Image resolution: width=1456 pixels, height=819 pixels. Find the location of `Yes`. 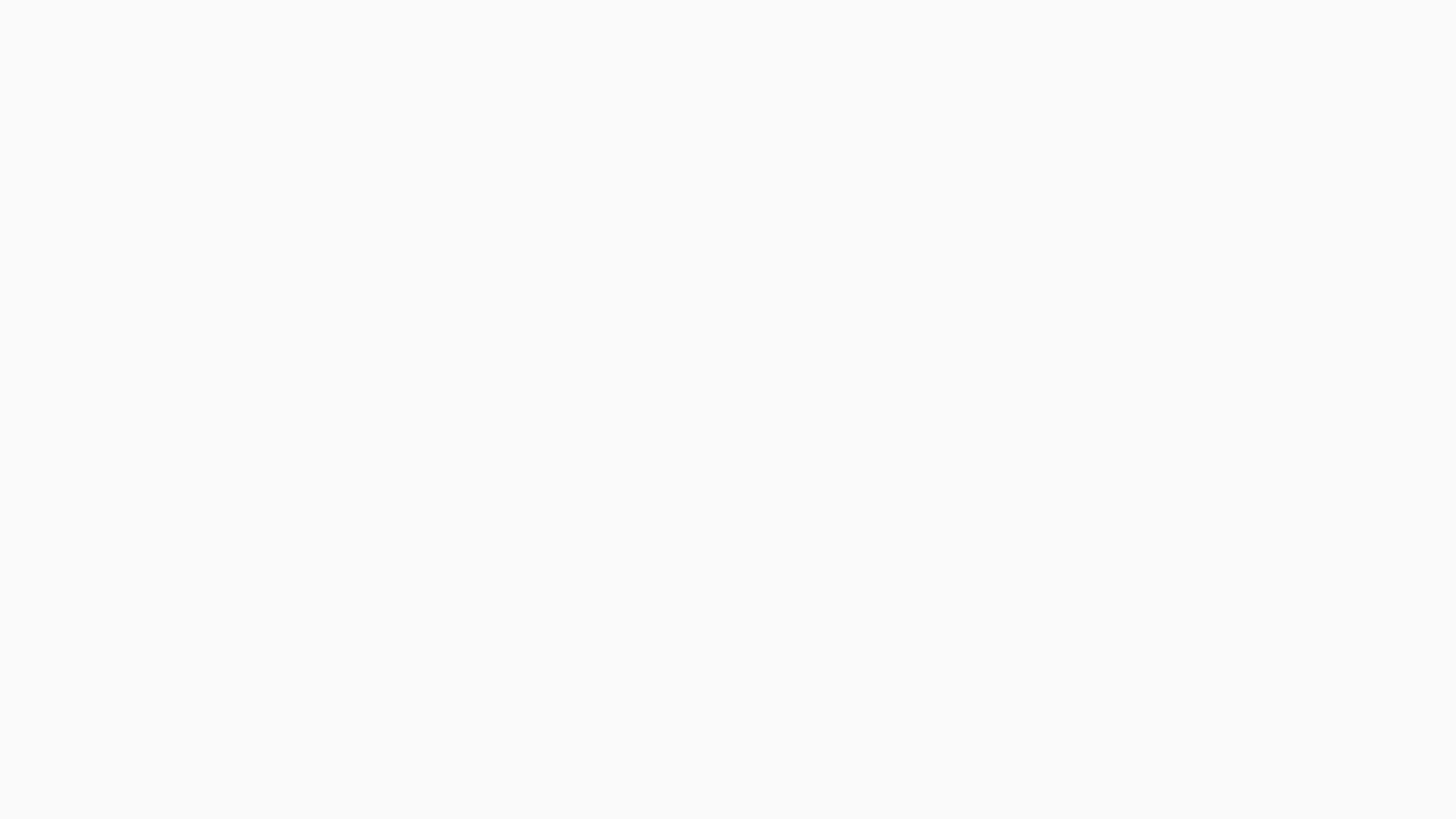

Yes is located at coordinates (1226, 745).